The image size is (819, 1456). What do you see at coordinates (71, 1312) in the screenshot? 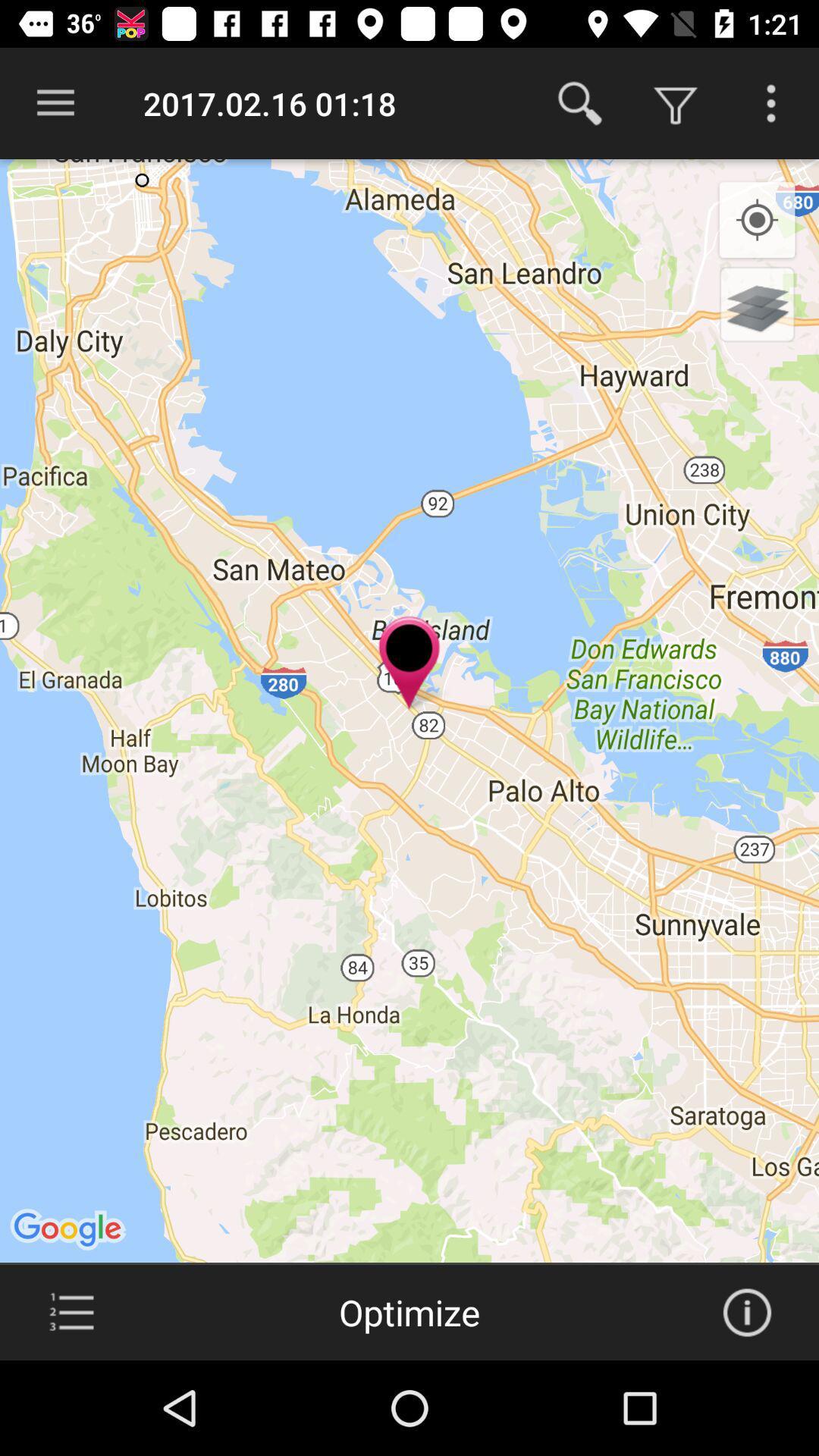
I see `categories` at bounding box center [71, 1312].